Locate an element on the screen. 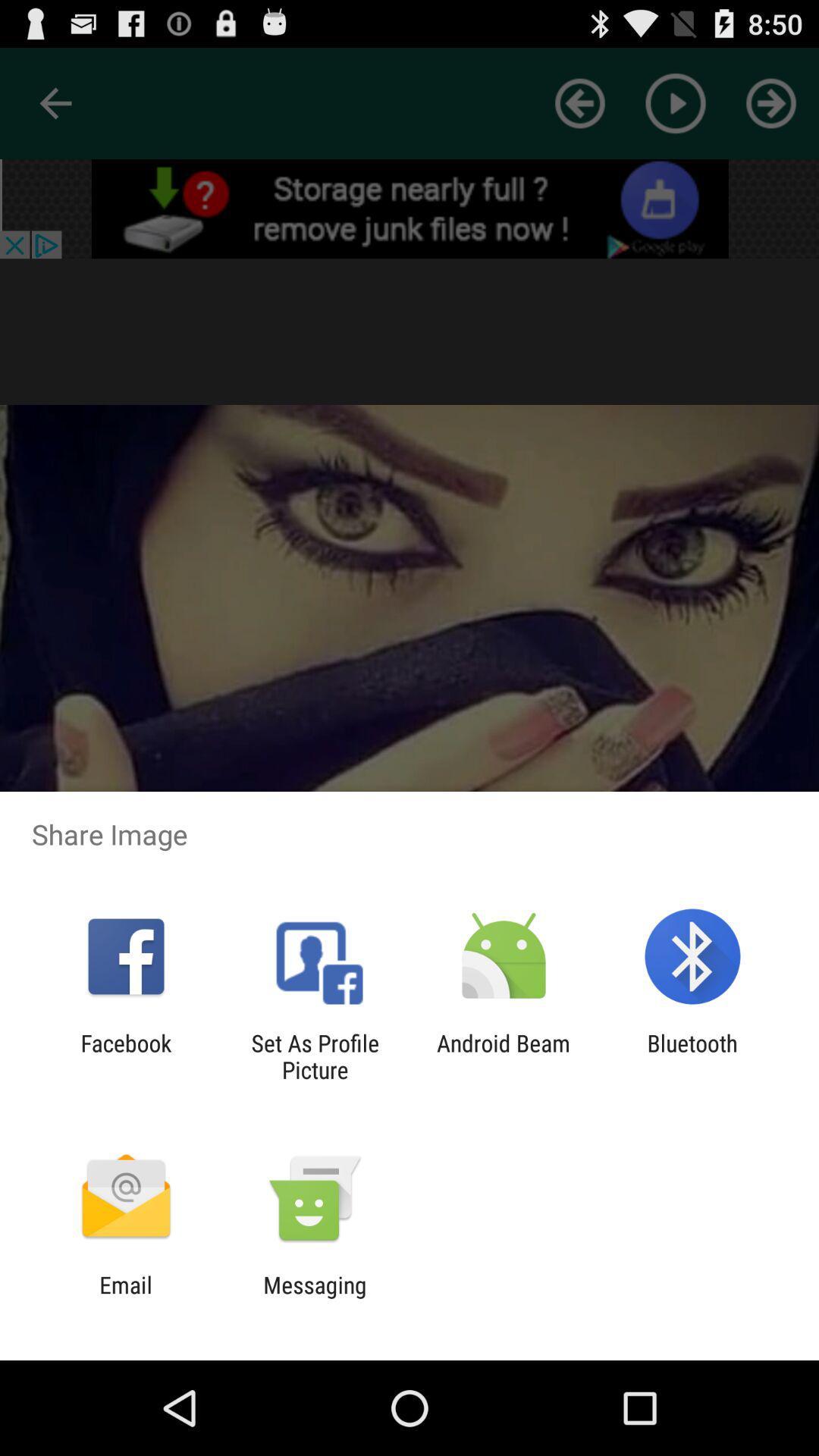  facebook is located at coordinates (125, 1056).